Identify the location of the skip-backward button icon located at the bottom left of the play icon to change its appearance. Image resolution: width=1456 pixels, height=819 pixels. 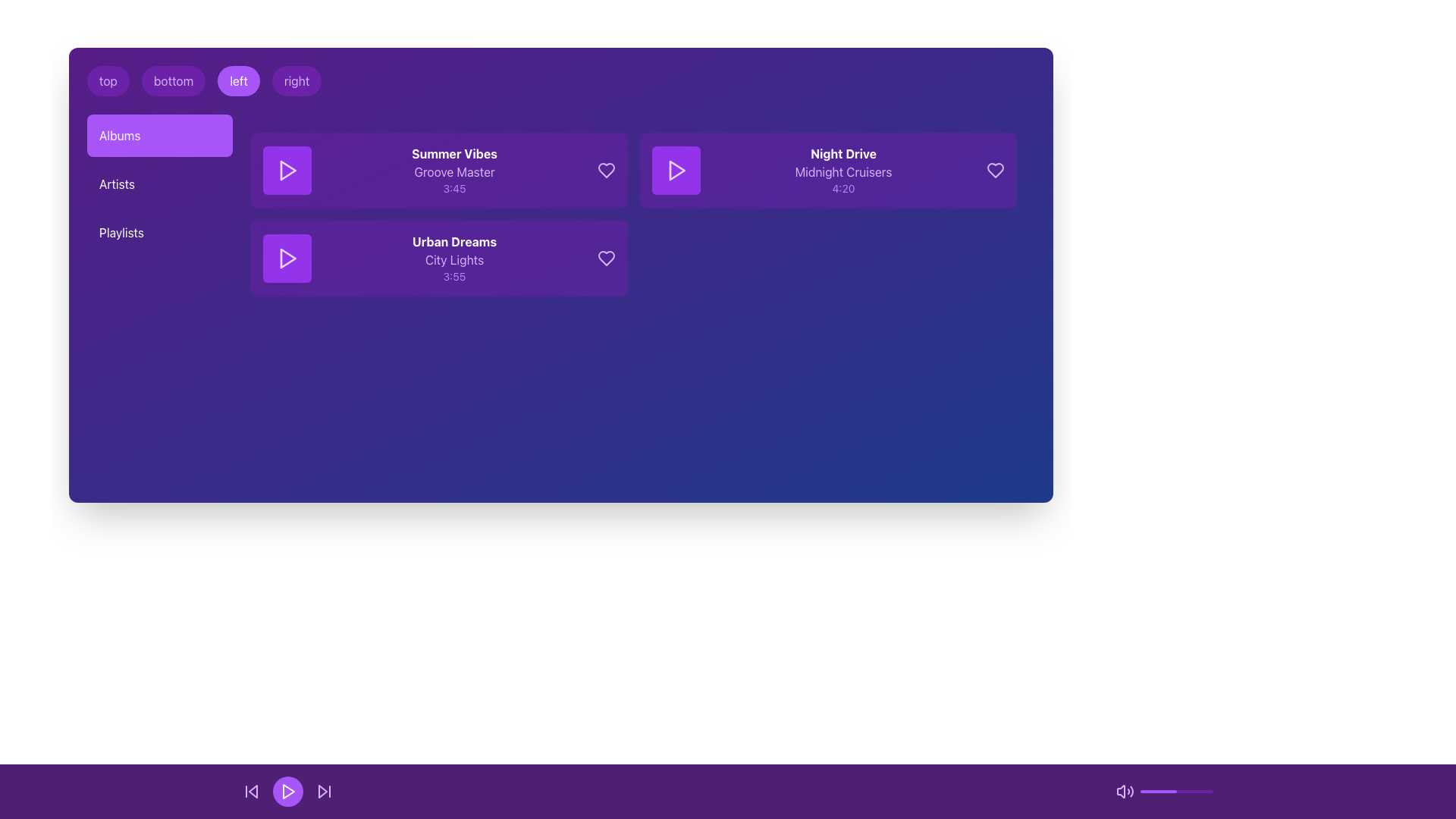
(251, 791).